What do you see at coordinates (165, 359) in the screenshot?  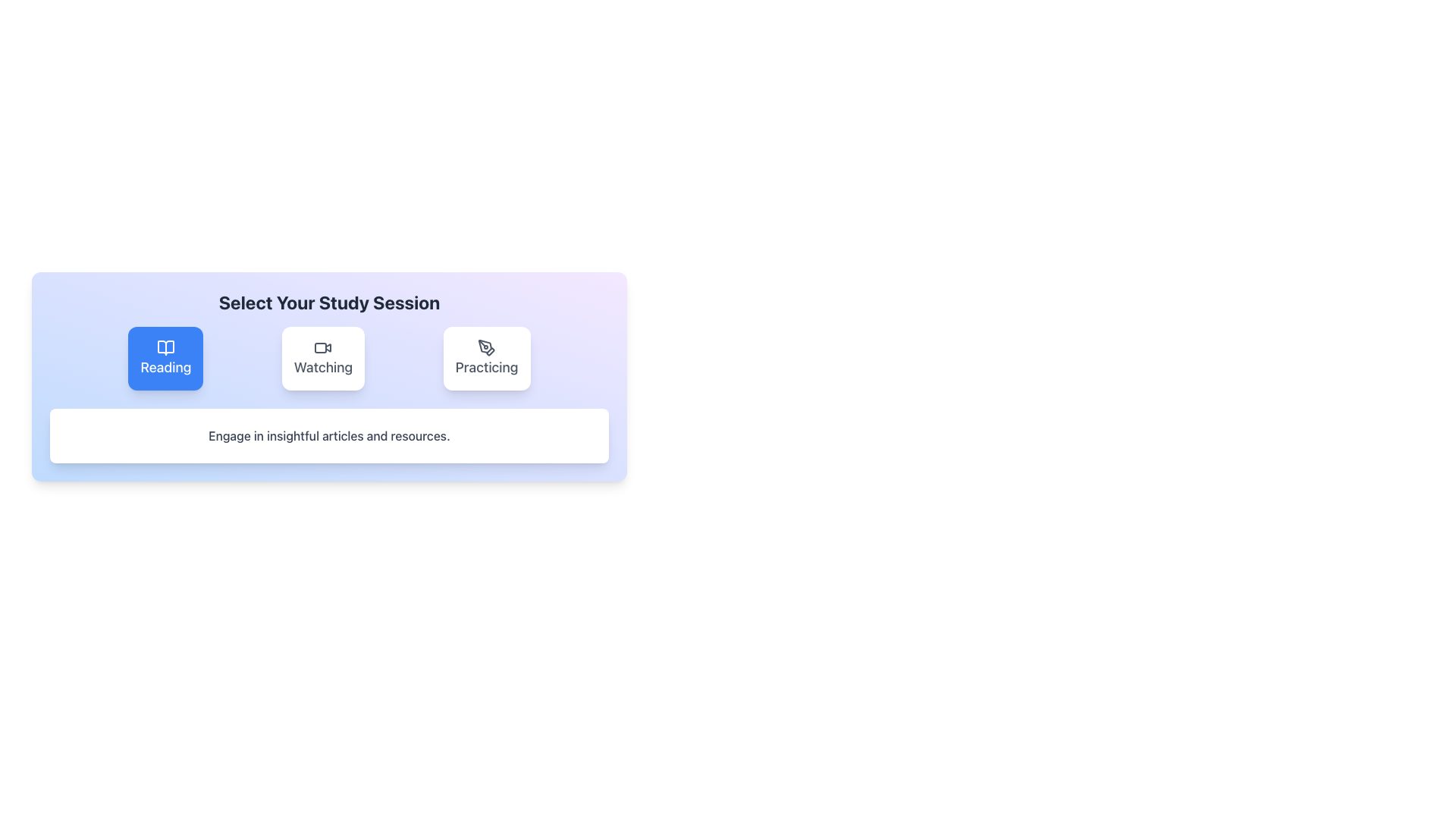 I see `the 'Reading' interactive button with a blue background and white text` at bounding box center [165, 359].